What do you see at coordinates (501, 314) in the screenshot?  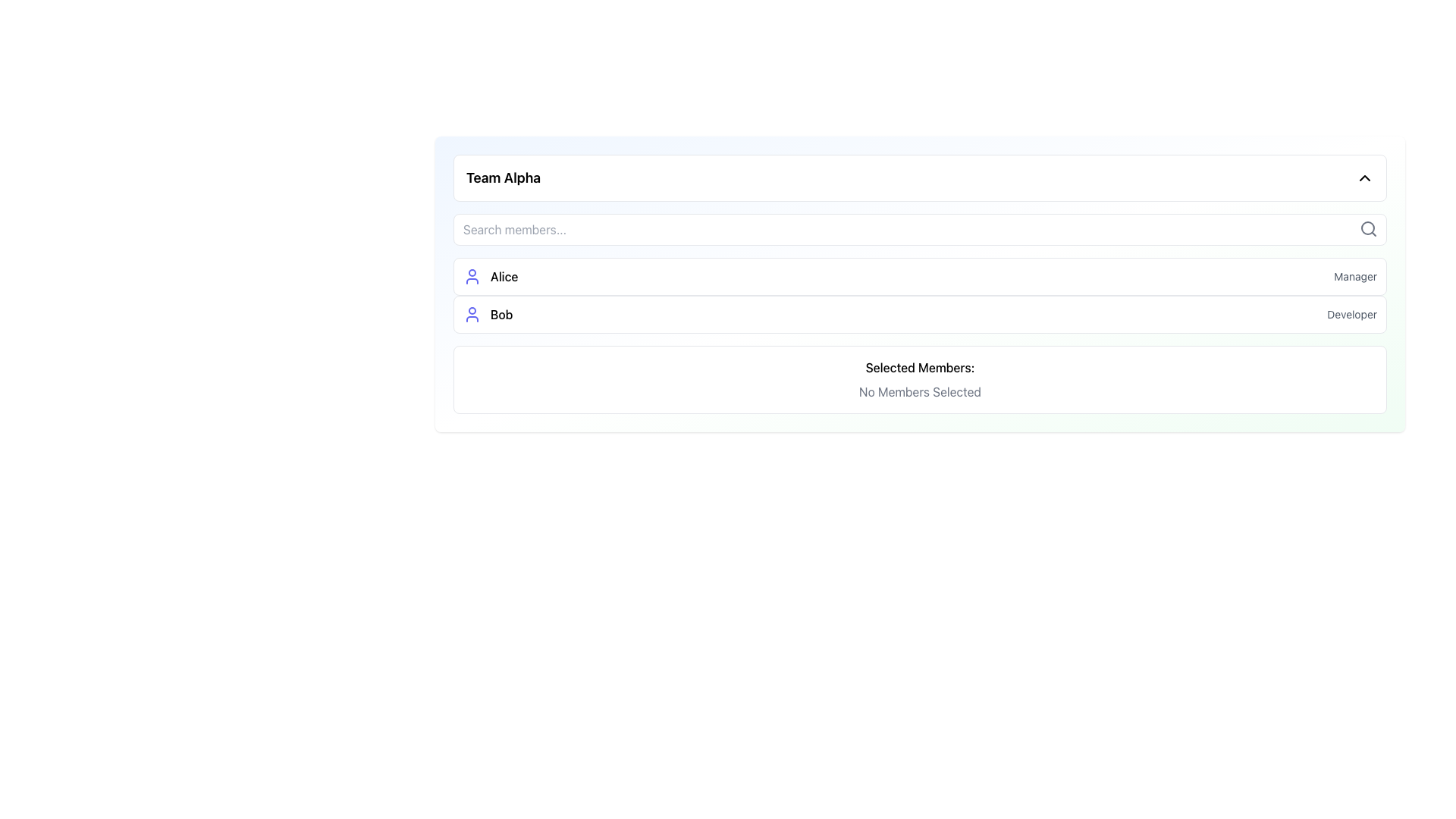 I see `the text label identifying the user 'Bob'` at bounding box center [501, 314].